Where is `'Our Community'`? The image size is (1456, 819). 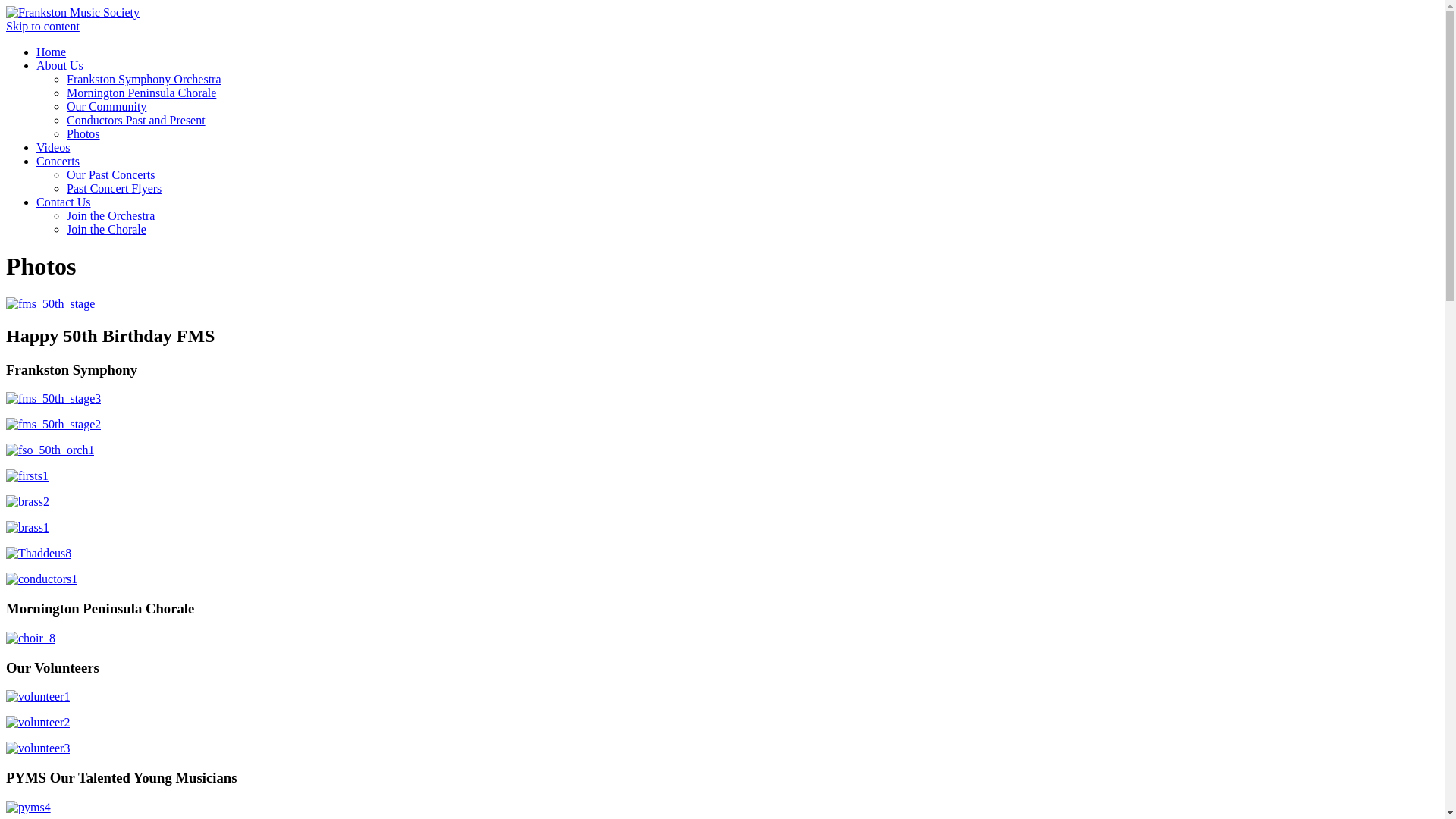
'Our Community' is located at coordinates (105, 105).